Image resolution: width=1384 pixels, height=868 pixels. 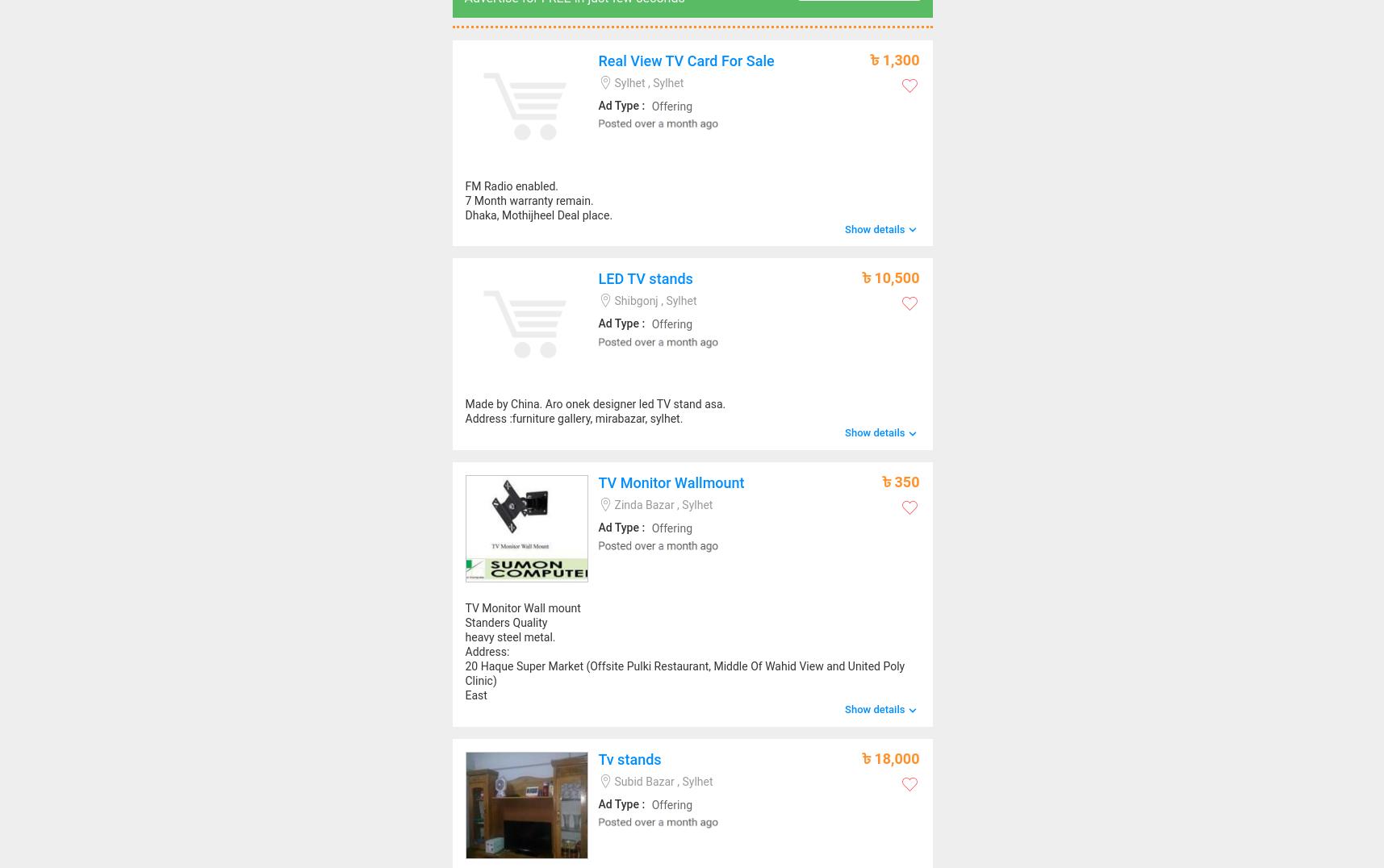 What do you see at coordinates (628, 757) in the screenshot?
I see `'Tv stands'` at bounding box center [628, 757].